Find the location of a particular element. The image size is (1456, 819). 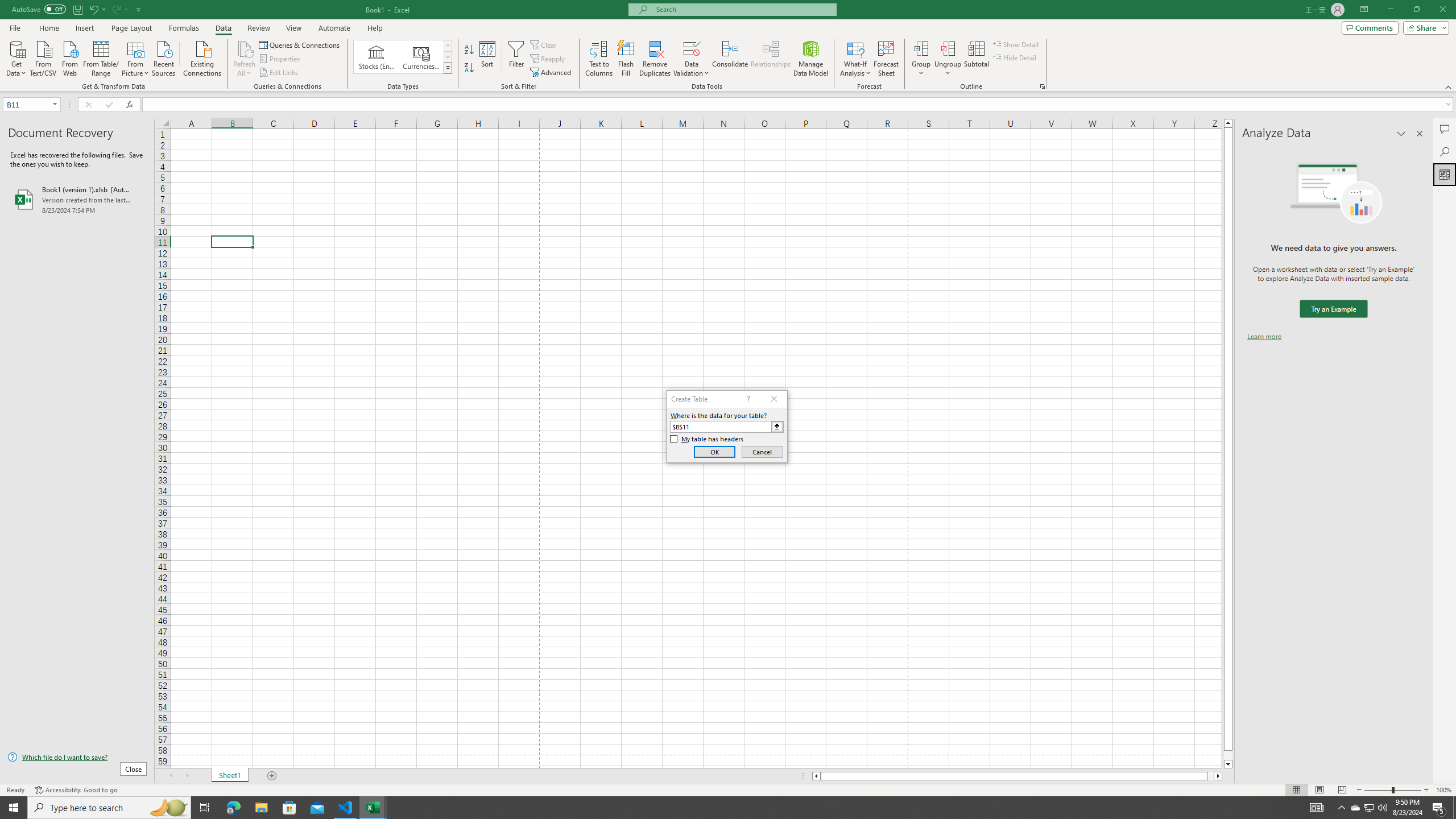

'Manage Data Model' is located at coordinates (810, 59).